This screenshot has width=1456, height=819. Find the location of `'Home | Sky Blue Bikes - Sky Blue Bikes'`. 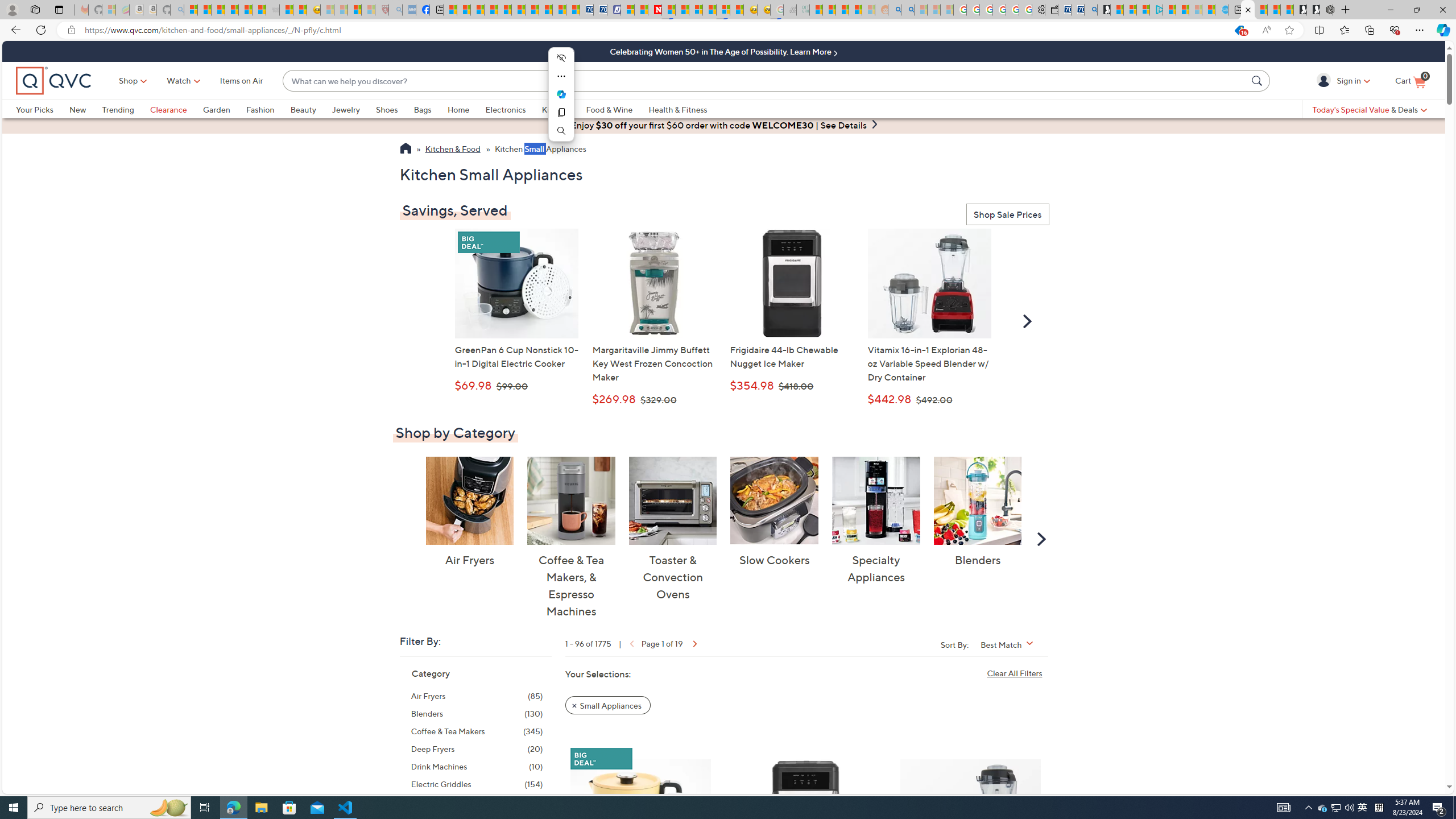

'Home | Sky Blue Bikes - Sky Blue Bikes' is located at coordinates (1221, 9).